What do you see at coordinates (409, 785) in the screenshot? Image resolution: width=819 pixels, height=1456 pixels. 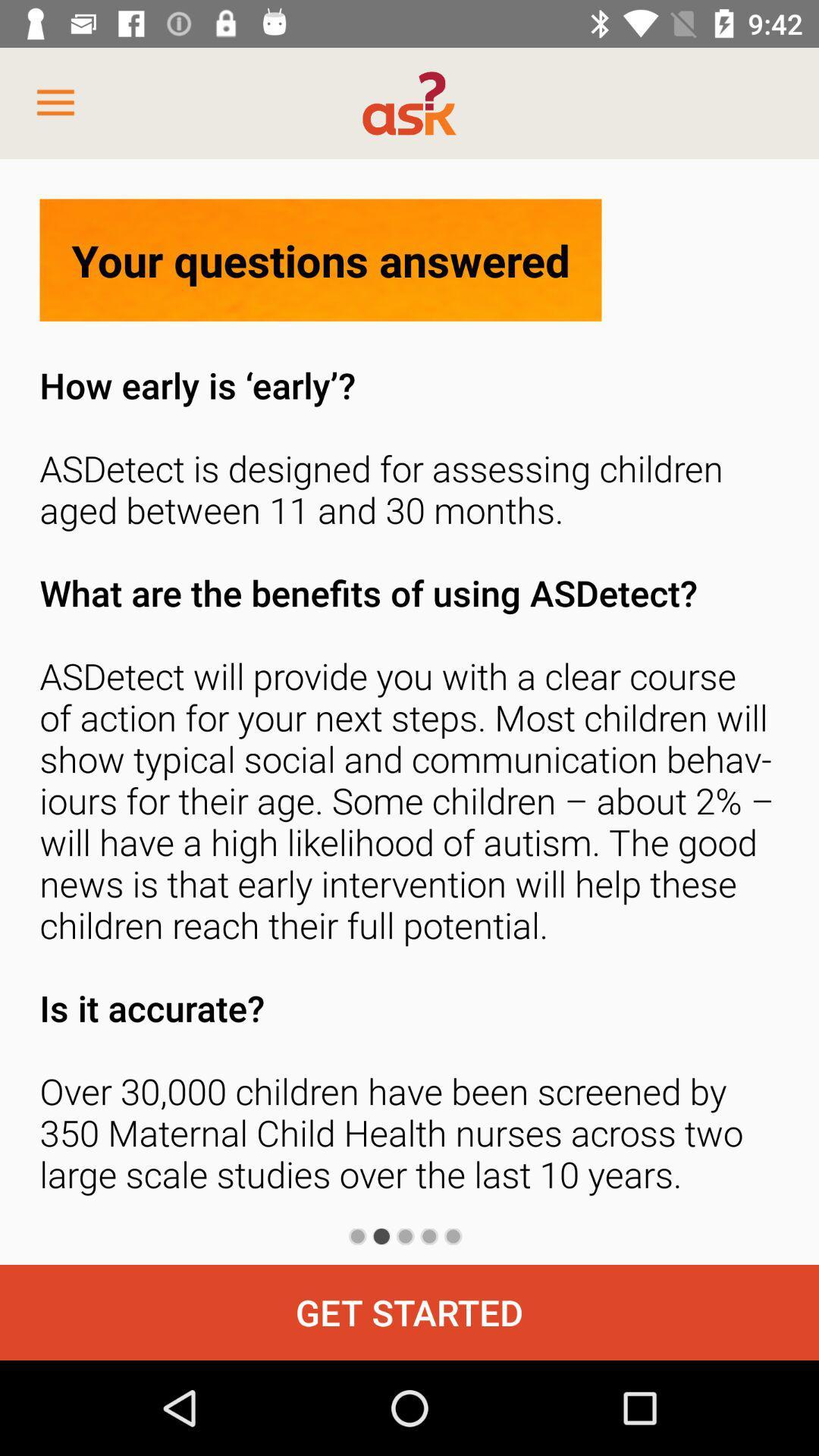 I see `icon at the center` at bounding box center [409, 785].